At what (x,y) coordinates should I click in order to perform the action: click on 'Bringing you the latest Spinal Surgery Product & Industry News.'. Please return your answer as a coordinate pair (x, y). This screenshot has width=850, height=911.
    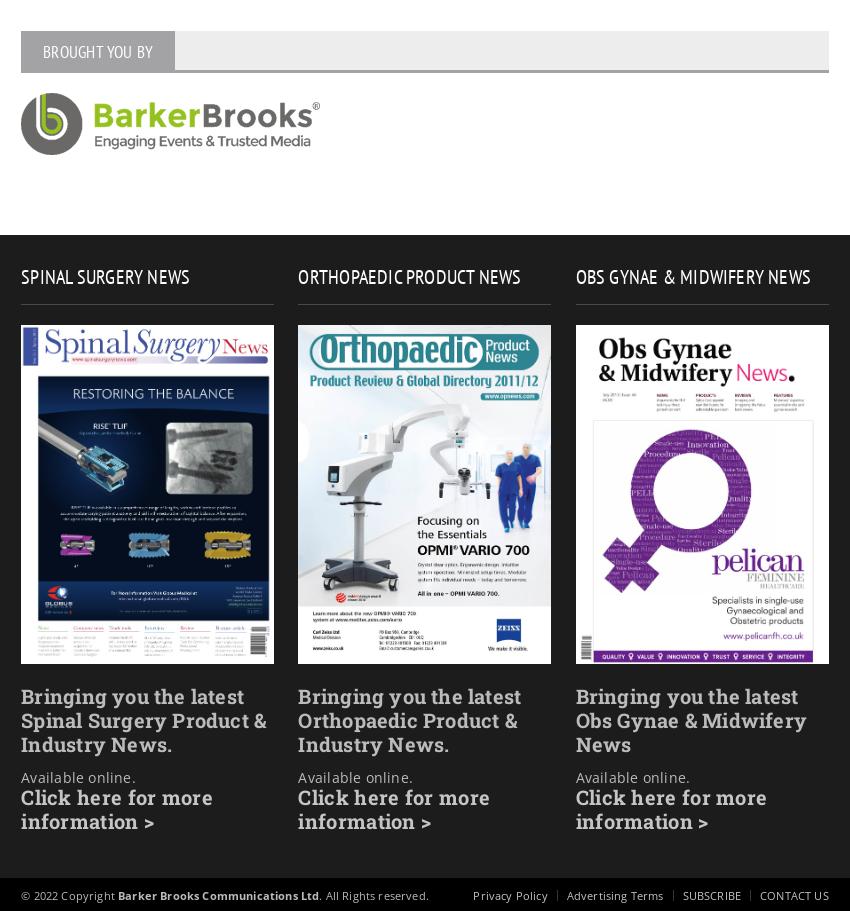
    Looking at the image, I should click on (143, 719).